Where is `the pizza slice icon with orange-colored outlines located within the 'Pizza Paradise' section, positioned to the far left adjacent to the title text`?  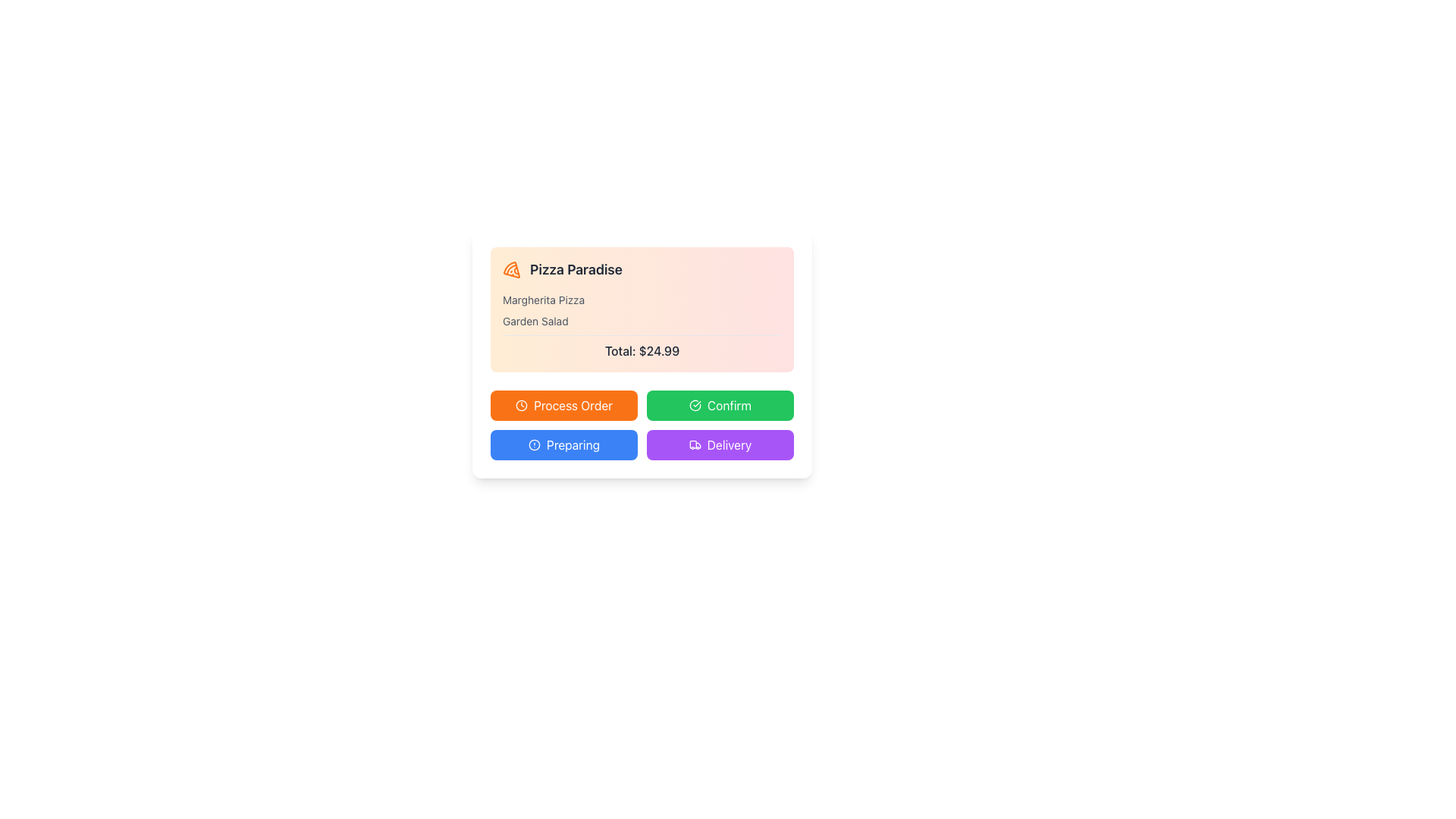
the pizza slice icon with orange-colored outlines located within the 'Pizza Paradise' section, positioned to the far left adjacent to the title text is located at coordinates (512, 268).